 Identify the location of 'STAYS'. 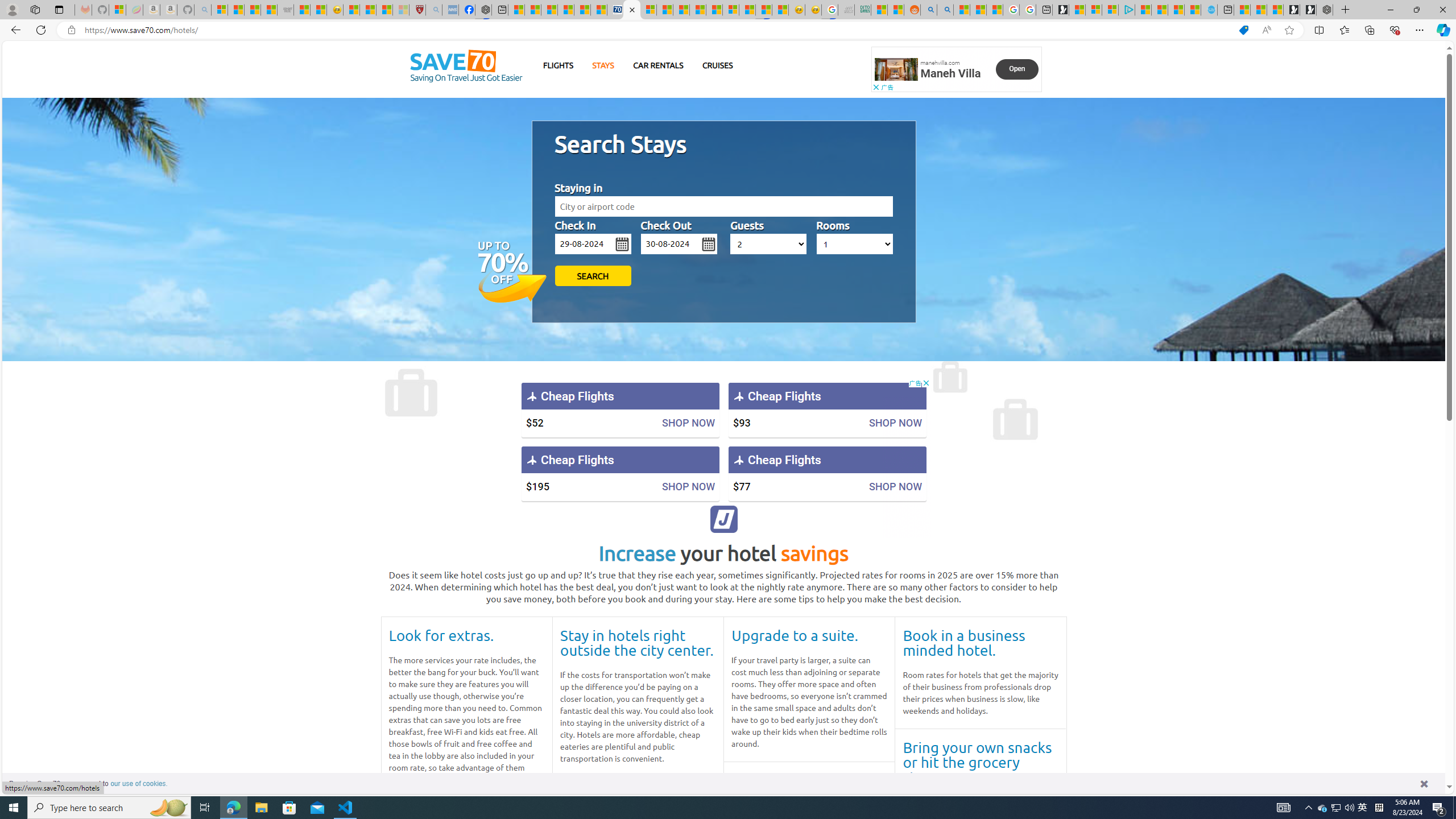
(603, 65).